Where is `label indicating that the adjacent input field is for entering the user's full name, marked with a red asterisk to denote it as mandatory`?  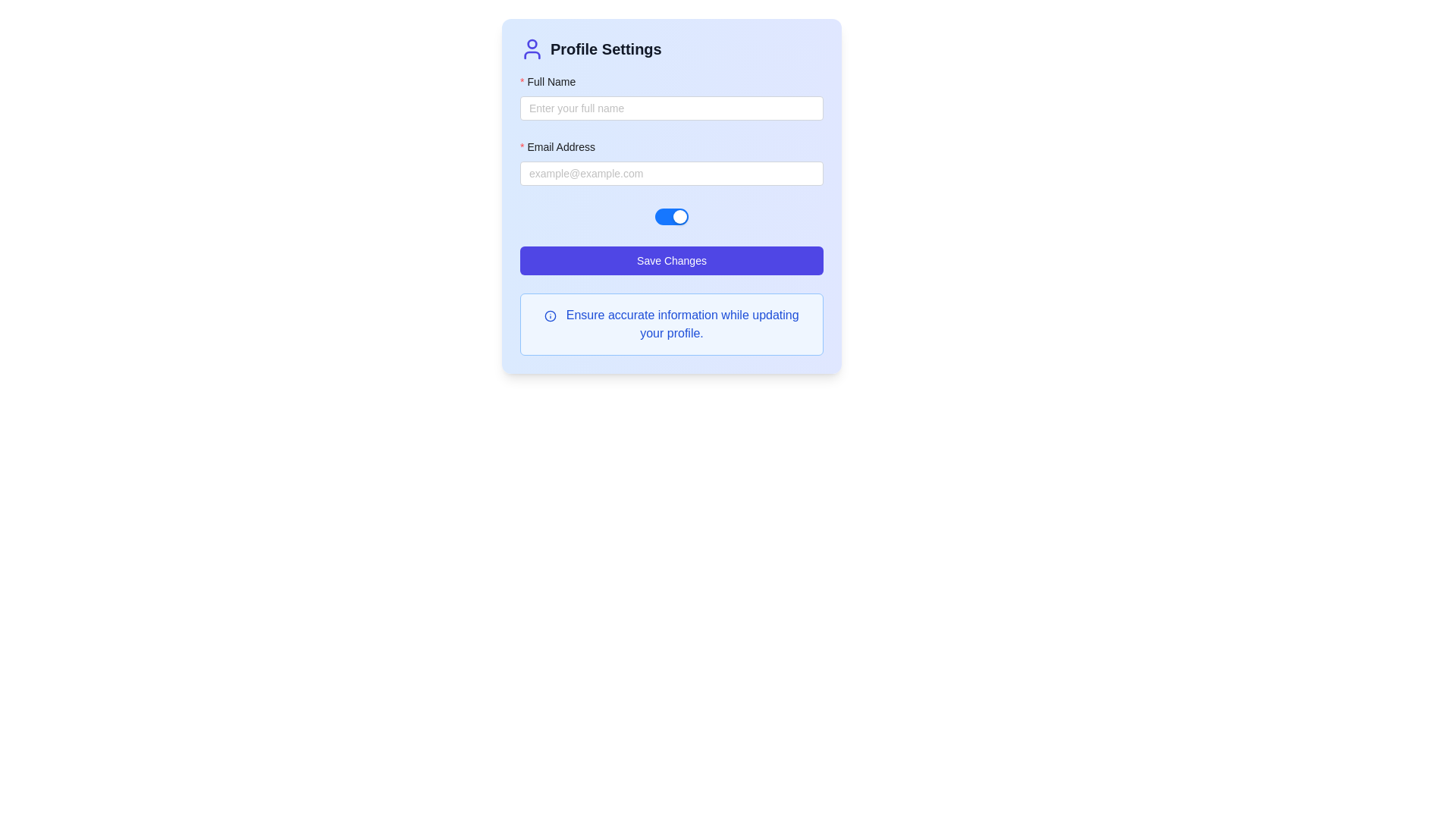 label indicating that the adjacent input field is for entering the user's full name, marked with a red asterisk to denote it as mandatory is located at coordinates (671, 84).